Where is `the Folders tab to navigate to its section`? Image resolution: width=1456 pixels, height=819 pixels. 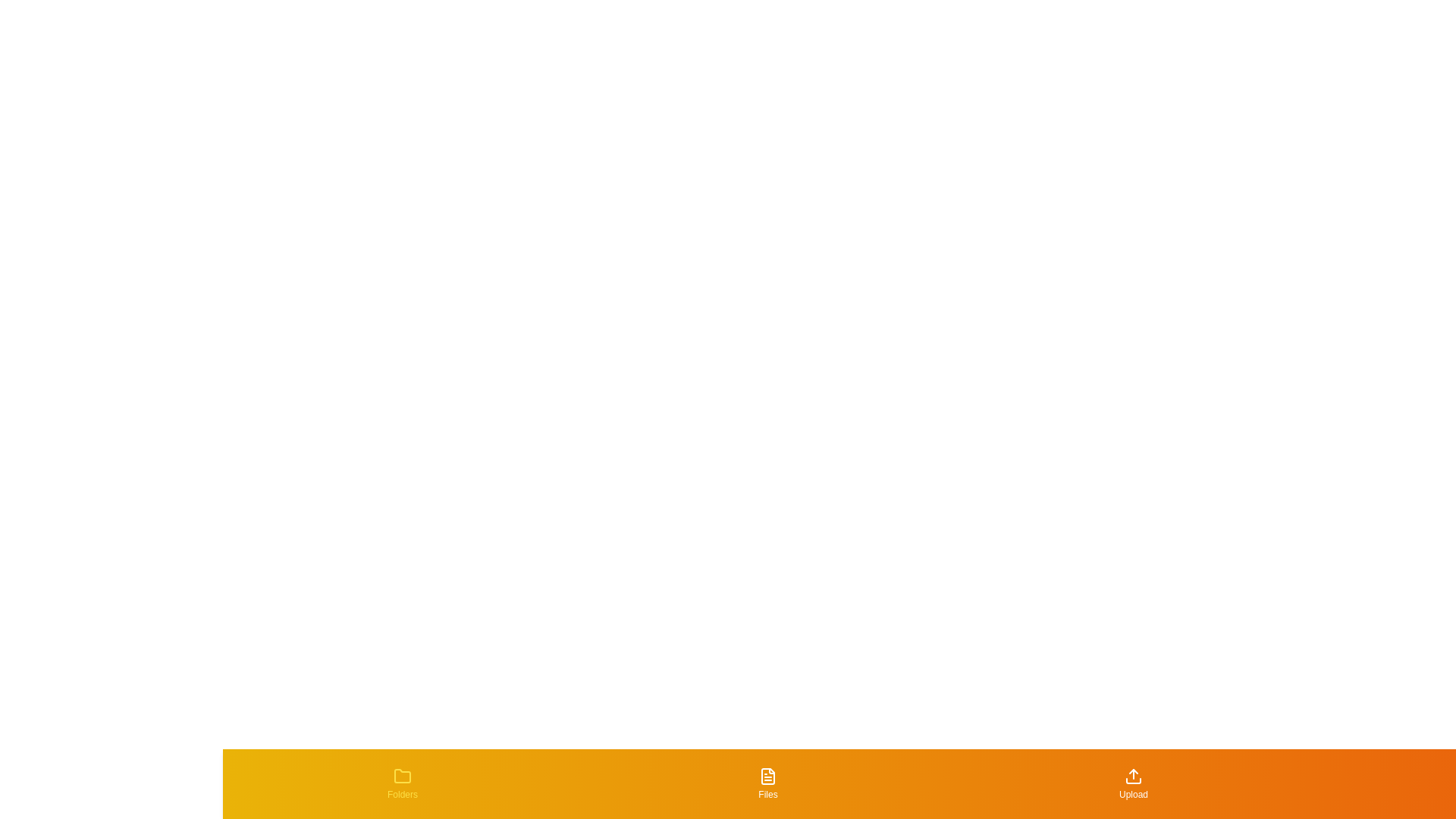
the Folders tab to navigate to its section is located at coordinates (403, 783).